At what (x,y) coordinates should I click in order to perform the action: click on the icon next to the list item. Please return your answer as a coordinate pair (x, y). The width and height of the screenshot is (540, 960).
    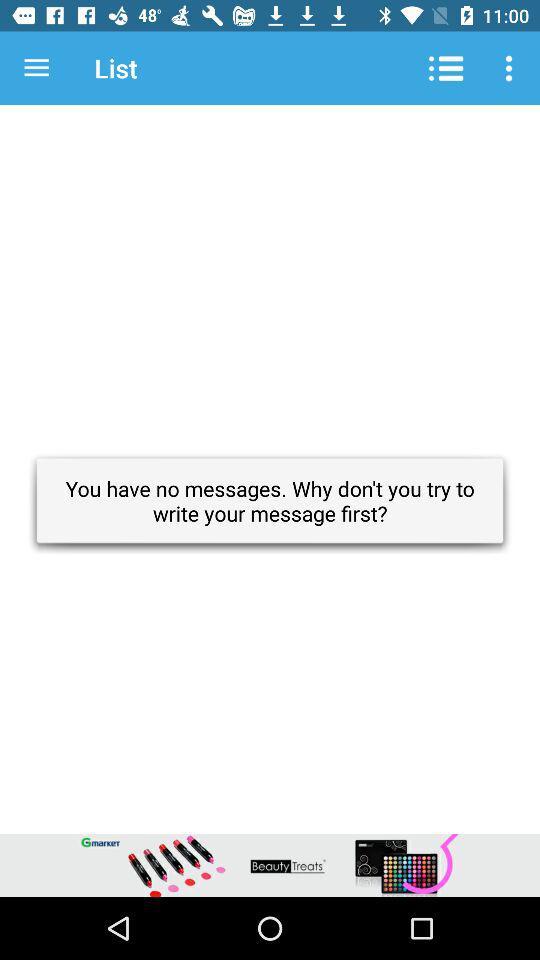
    Looking at the image, I should click on (36, 68).